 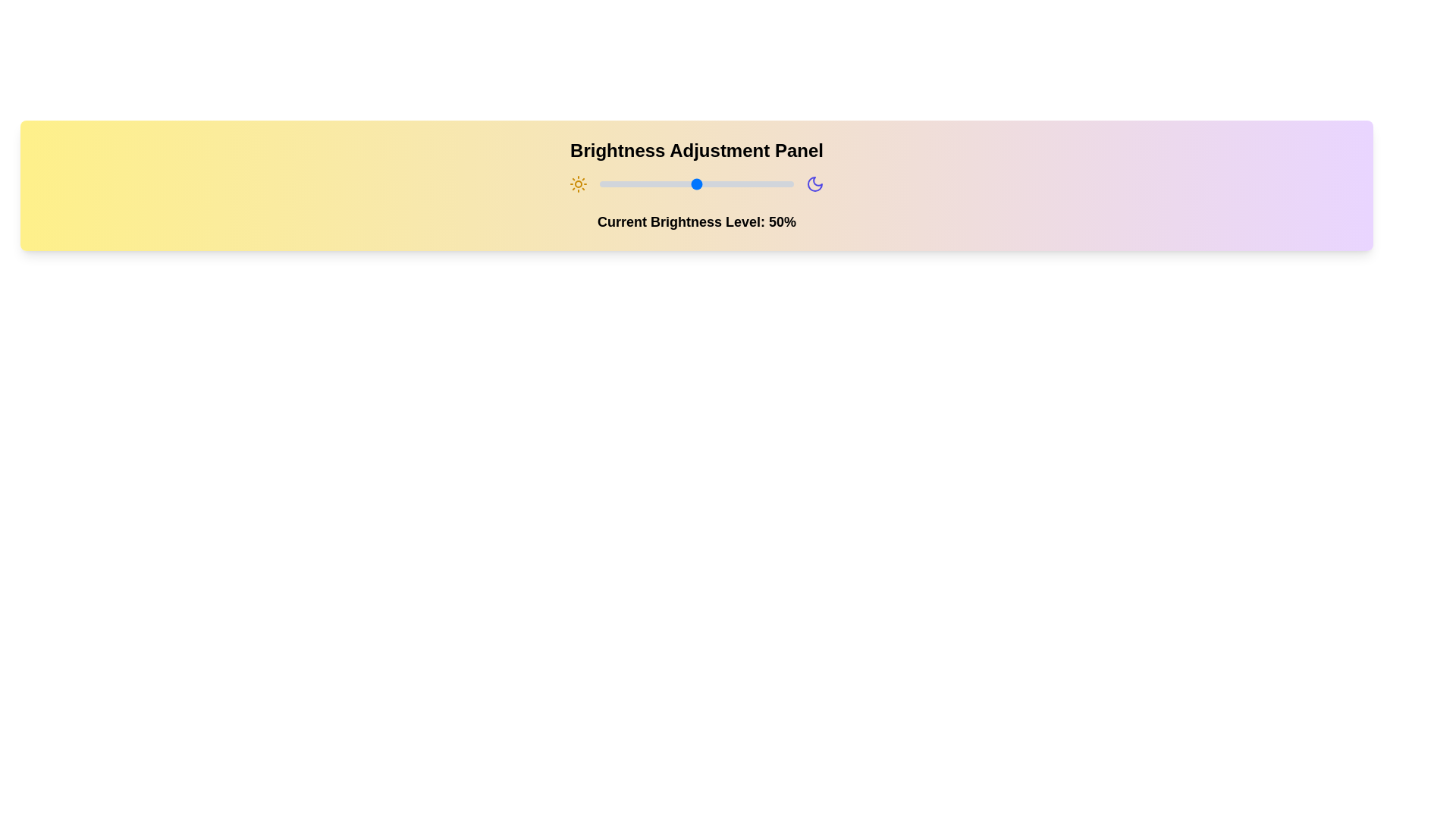 I want to click on the brightness slider to 49% to observe changes in the visual feedback of the sun and moon icons, so click(x=694, y=184).